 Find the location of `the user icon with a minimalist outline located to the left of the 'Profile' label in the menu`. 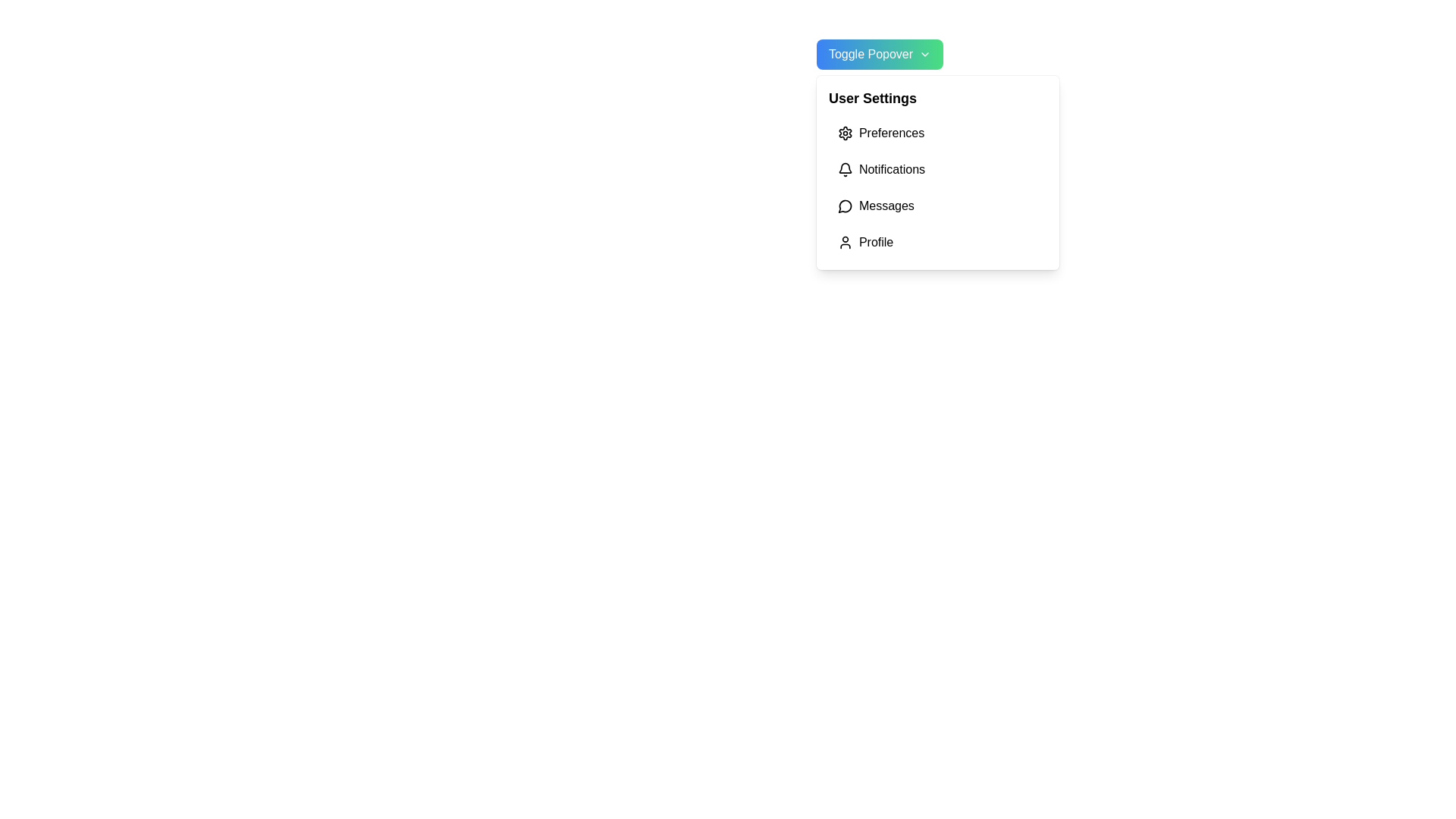

the user icon with a minimalist outline located to the left of the 'Profile' label in the menu is located at coordinates (844, 242).